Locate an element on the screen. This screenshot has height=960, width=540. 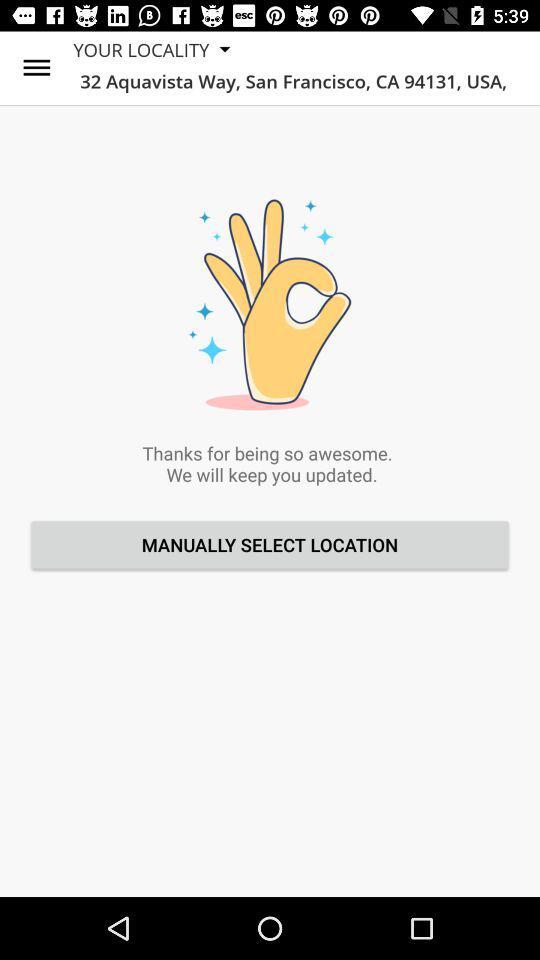
the manually select location icon is located at coordinates (270, 544).